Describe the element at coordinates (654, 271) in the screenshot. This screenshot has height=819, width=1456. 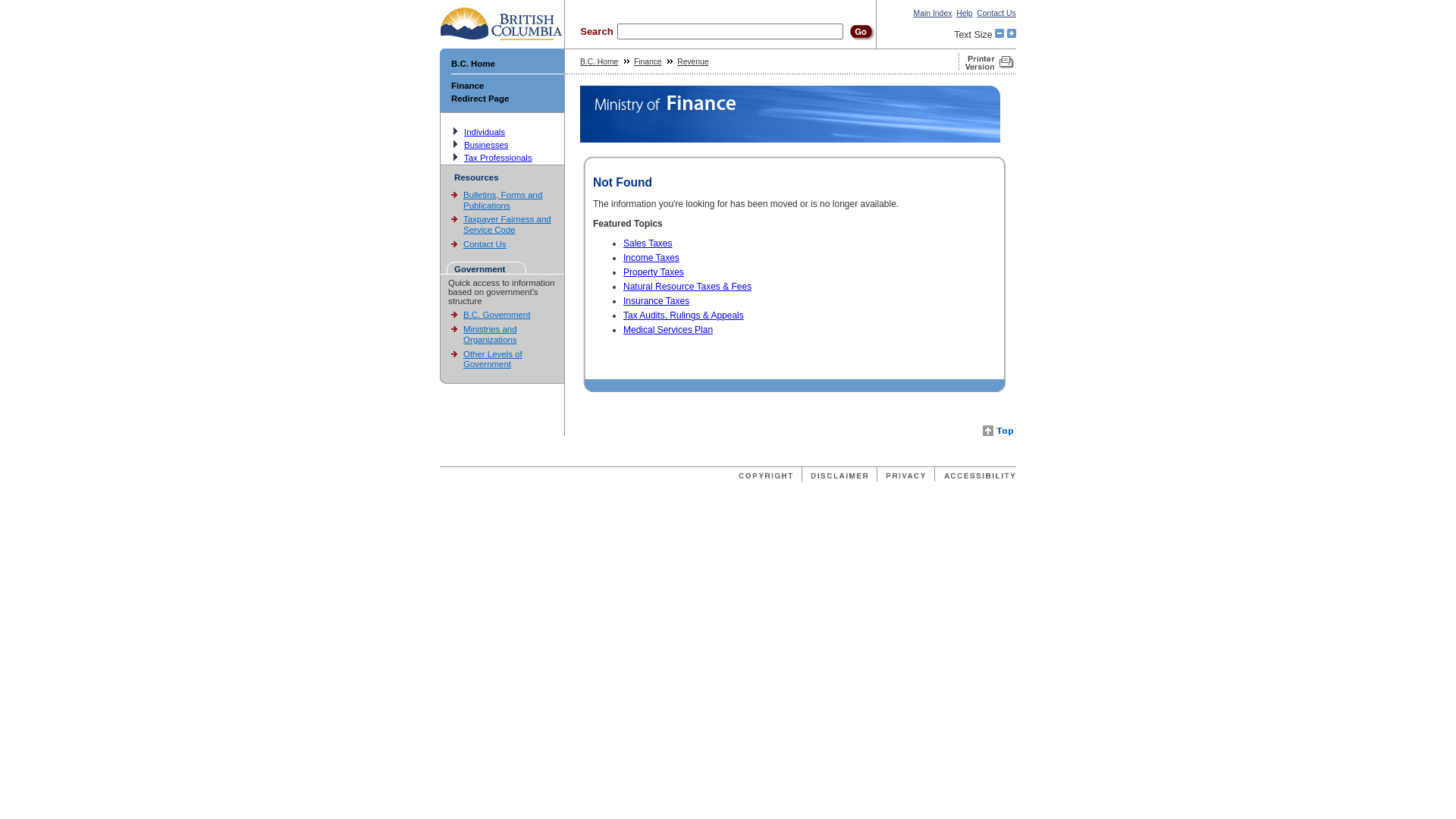
I see `'Property Taxes'` at that location.